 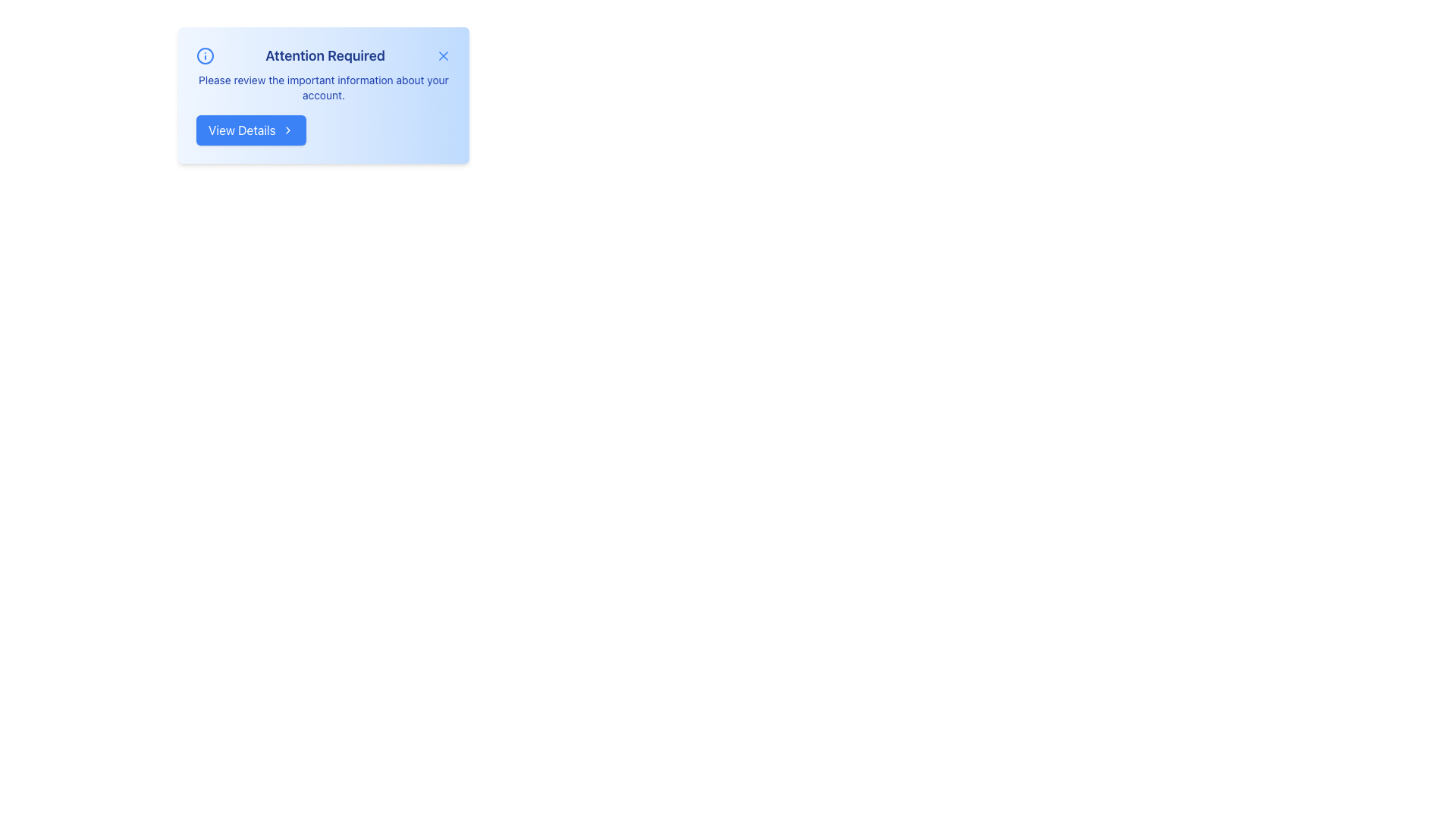 What do you see at coordinates (287, 130) in the screenshot?
I see `the right-facing chevron icon located within the blue rectangular button labeled 'View Details'` at bounding box center [287, 130].